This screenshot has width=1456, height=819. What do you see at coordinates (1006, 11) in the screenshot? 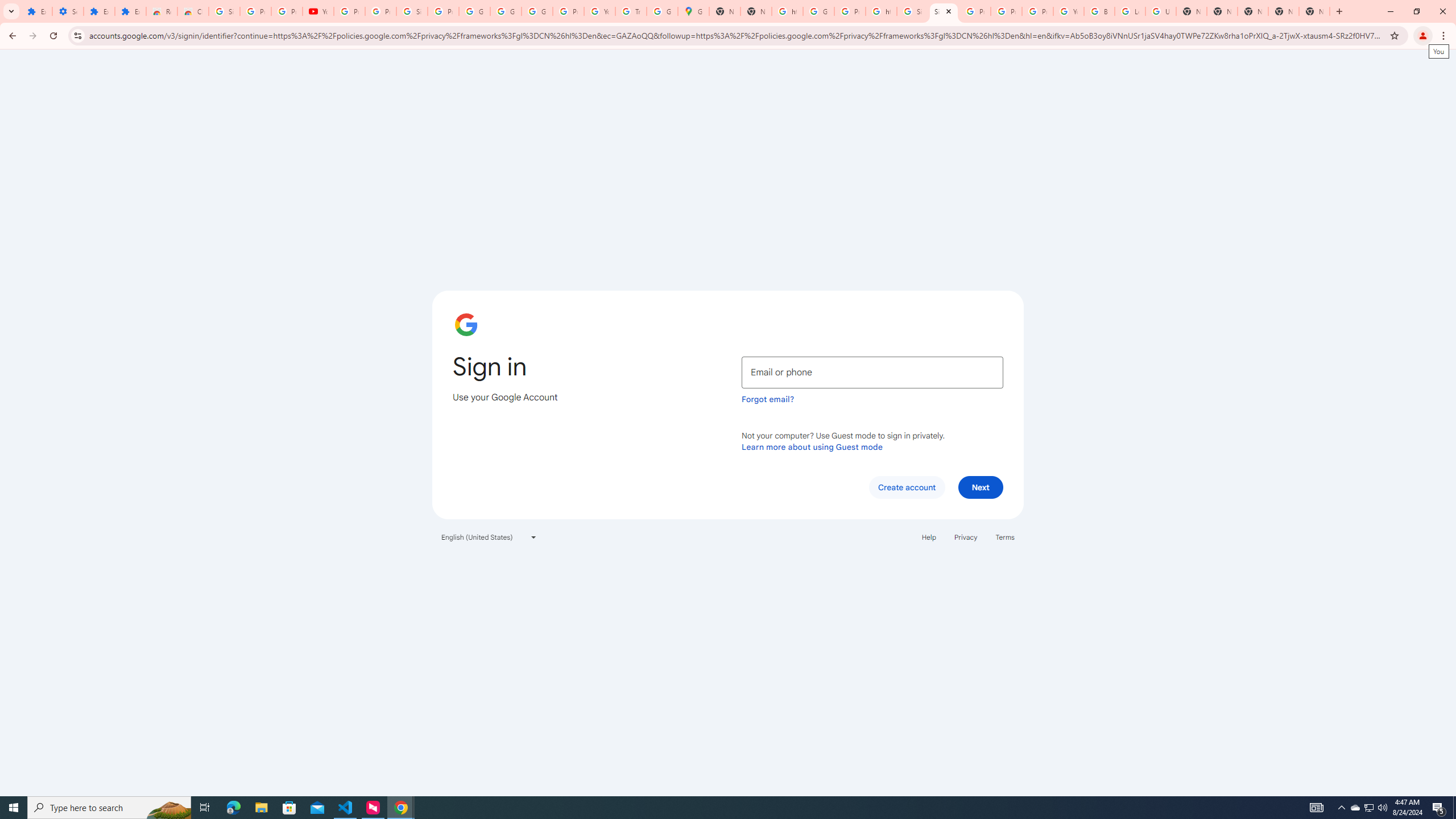
I see `'Privacy Help Center - Policies Help'` at bounding box center [1006, 11].